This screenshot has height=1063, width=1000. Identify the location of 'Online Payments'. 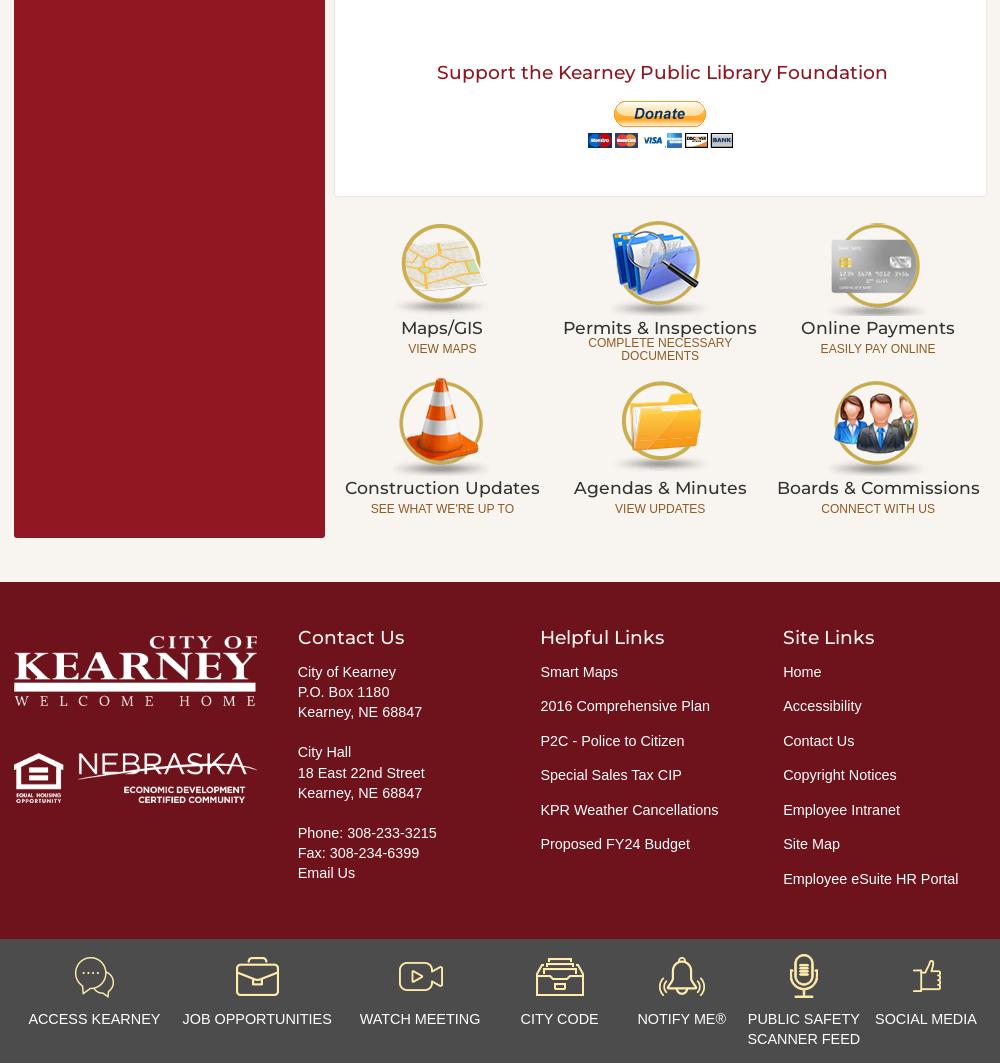
(878, 326).